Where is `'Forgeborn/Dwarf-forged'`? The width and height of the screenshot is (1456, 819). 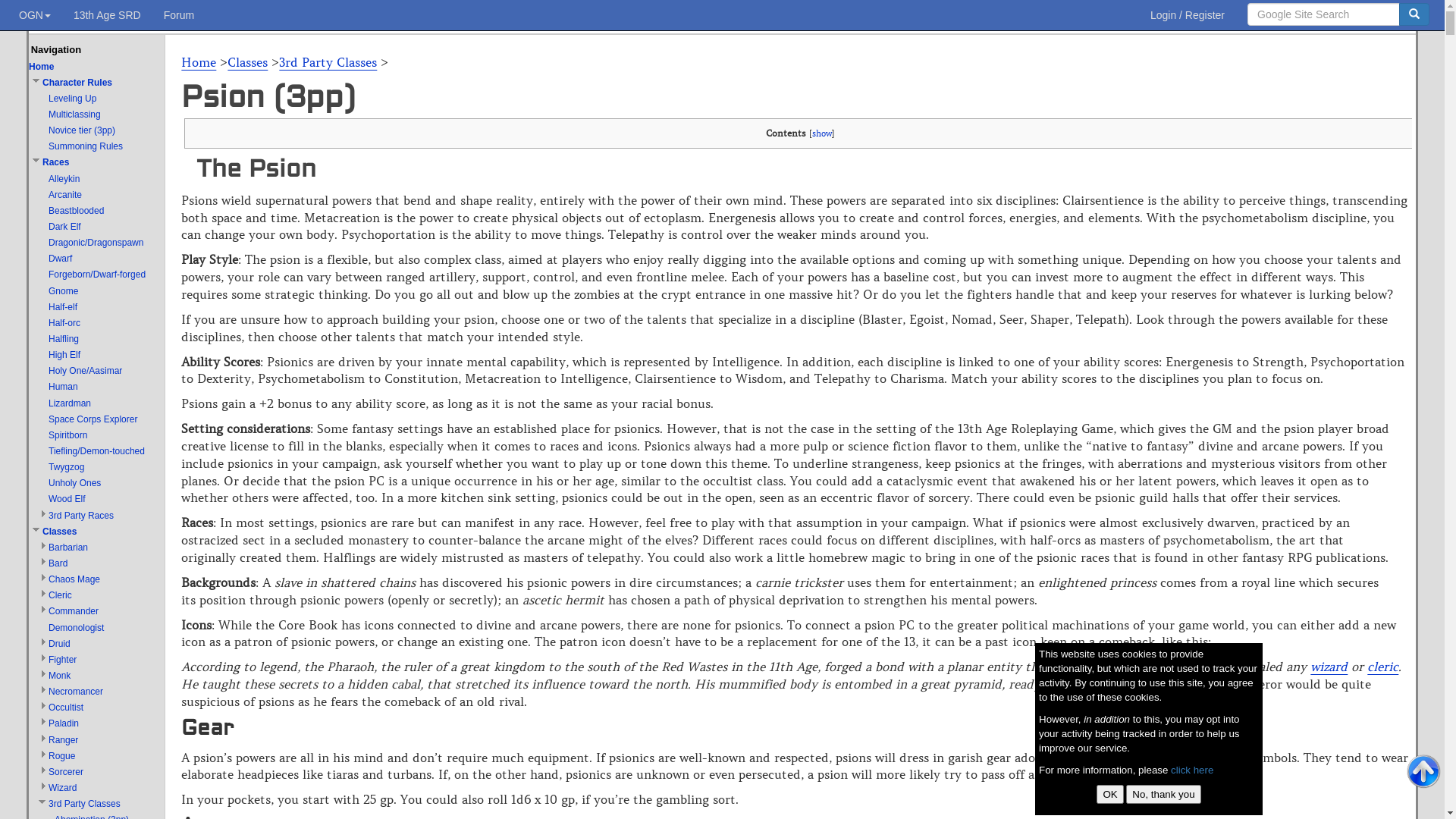
'Forgeborn/Dwarf-forged' is located at coordinates (96, 275).